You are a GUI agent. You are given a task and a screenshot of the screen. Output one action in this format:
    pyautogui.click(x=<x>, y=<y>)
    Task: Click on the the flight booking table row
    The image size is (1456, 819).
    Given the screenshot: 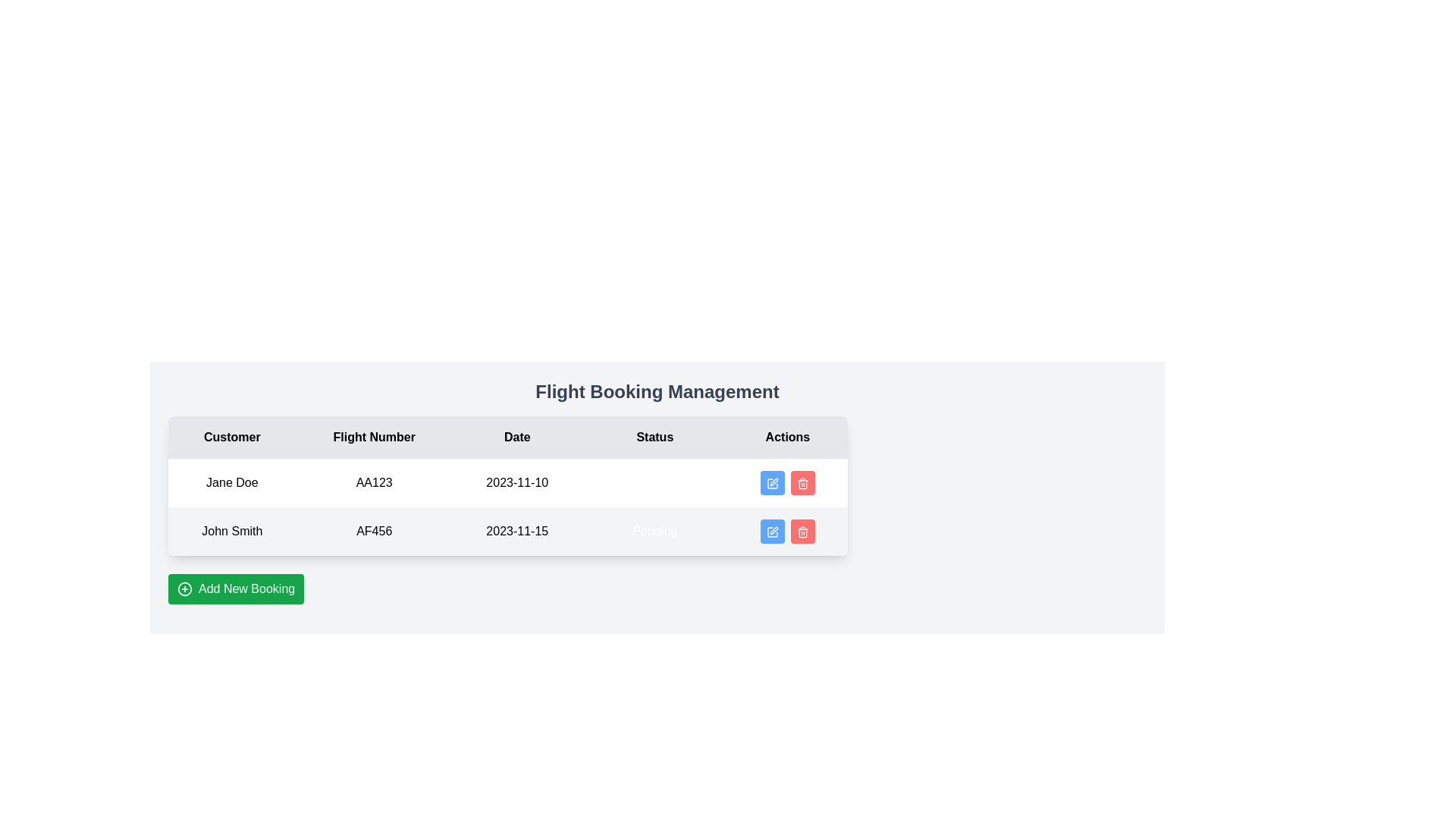 What is the action you would take?
    pyautogui.click(x=508, y=507)
    